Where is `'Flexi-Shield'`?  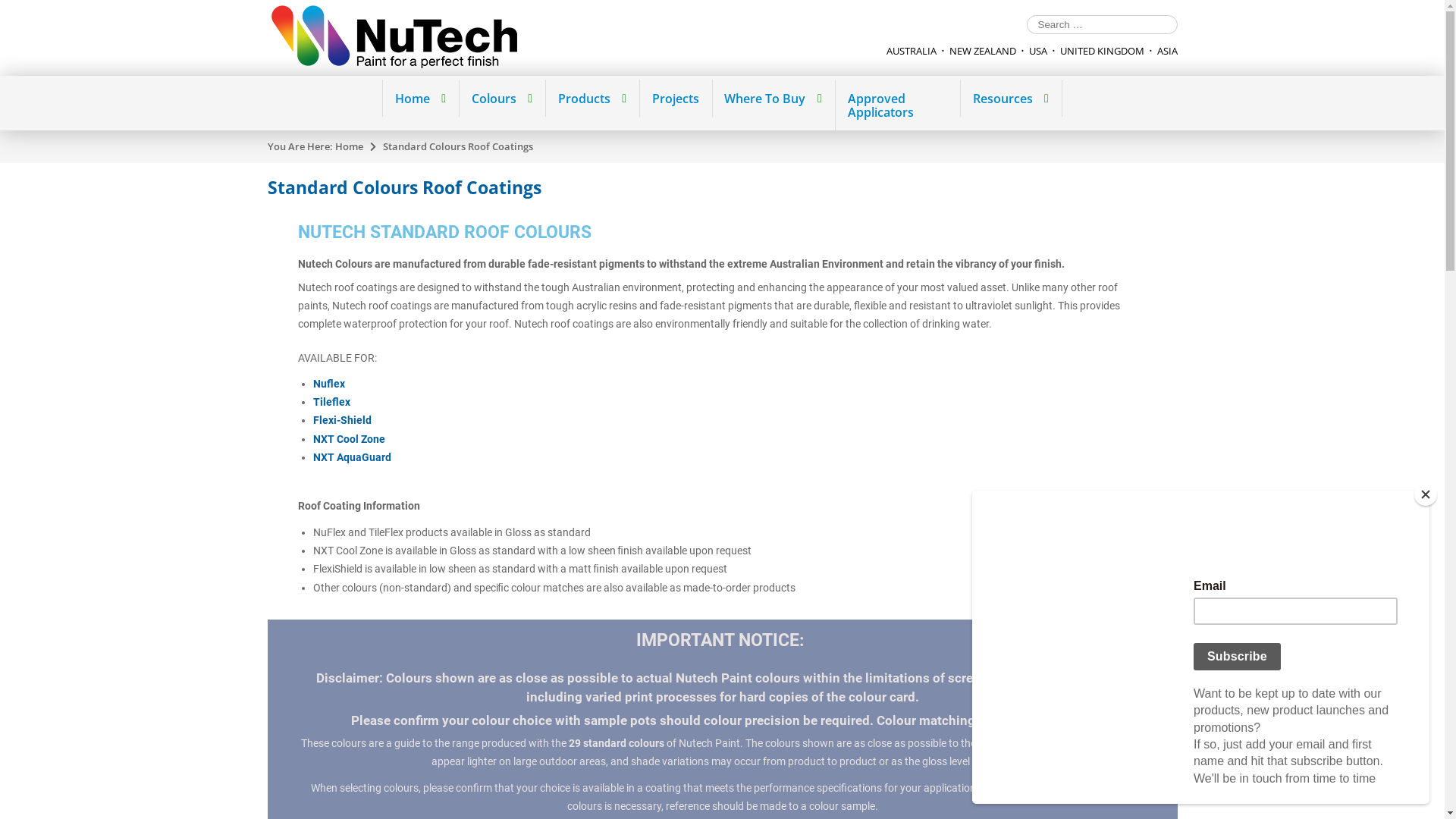 'Flexi-Shield' is located at coordinates (340, 420).